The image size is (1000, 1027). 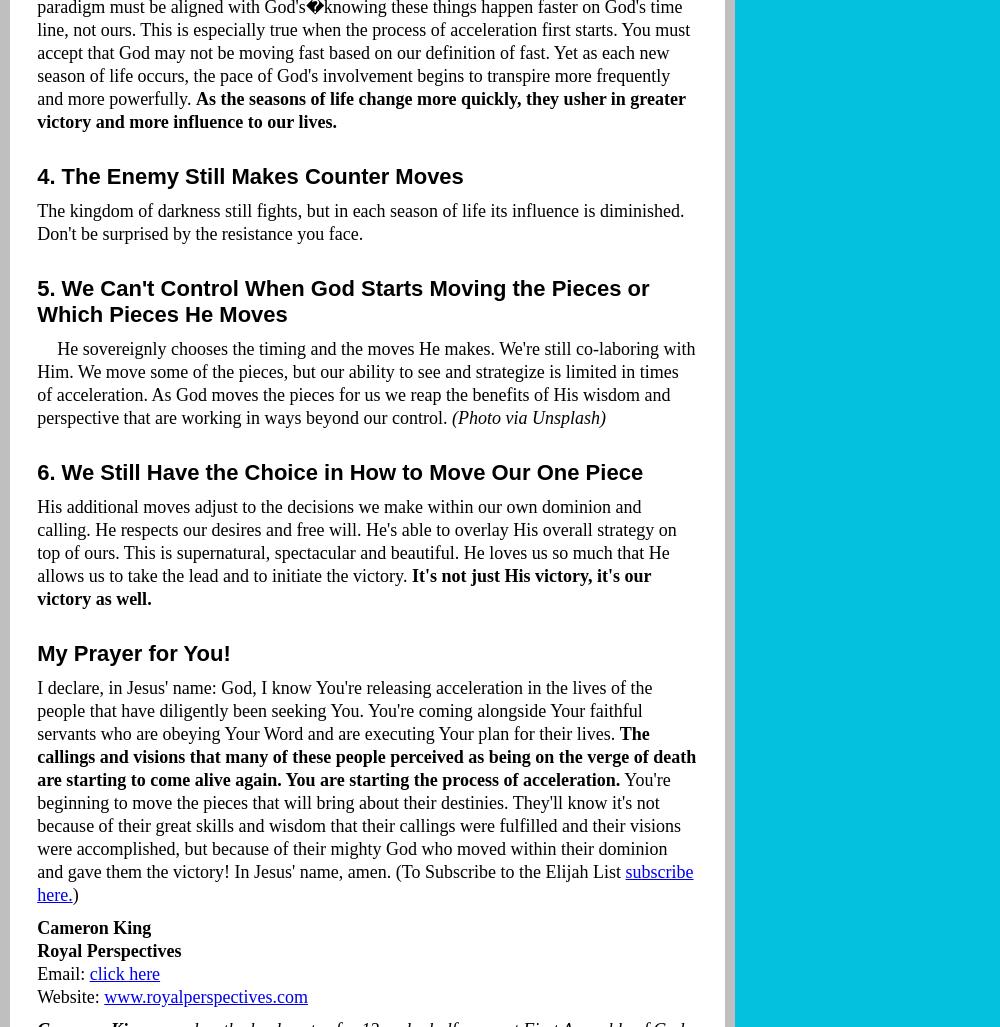 I want to click on 'Cameron King', so click(x=37, y=927).